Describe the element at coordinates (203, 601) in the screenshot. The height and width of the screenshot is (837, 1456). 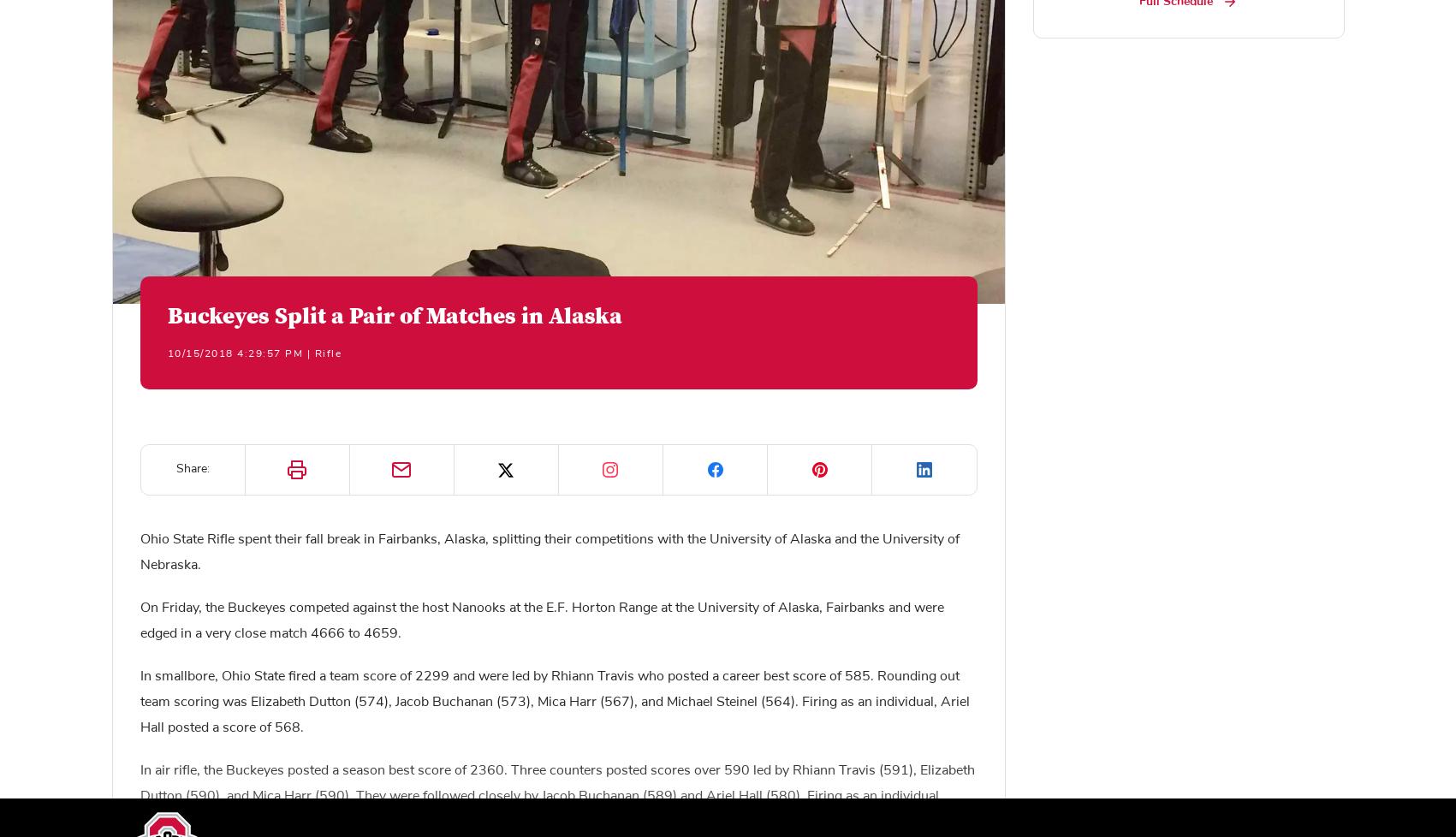
I see `'Shop Now'` at that location.